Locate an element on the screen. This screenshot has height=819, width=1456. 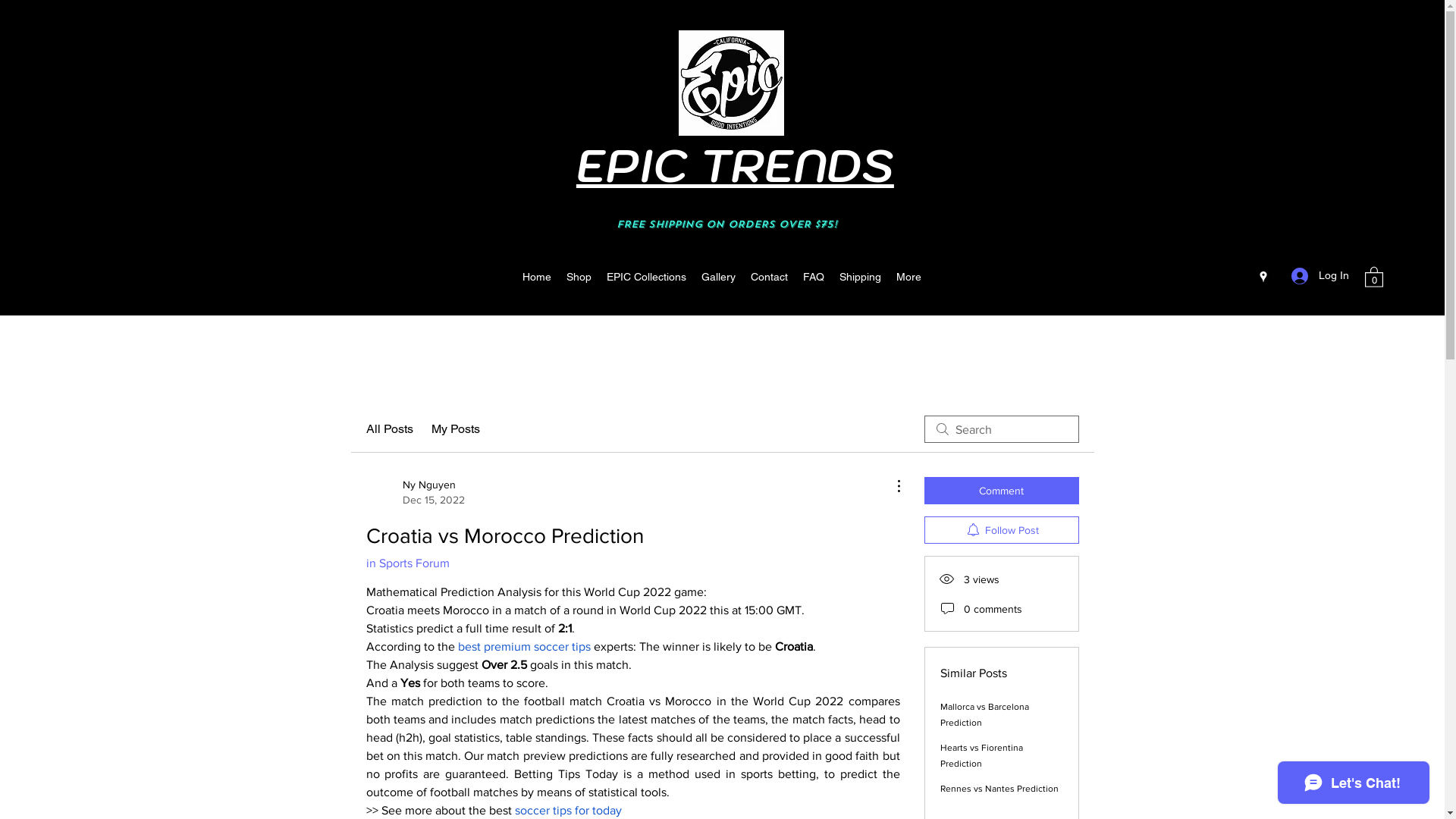
'Contact' is located at coordinates (769, 277).